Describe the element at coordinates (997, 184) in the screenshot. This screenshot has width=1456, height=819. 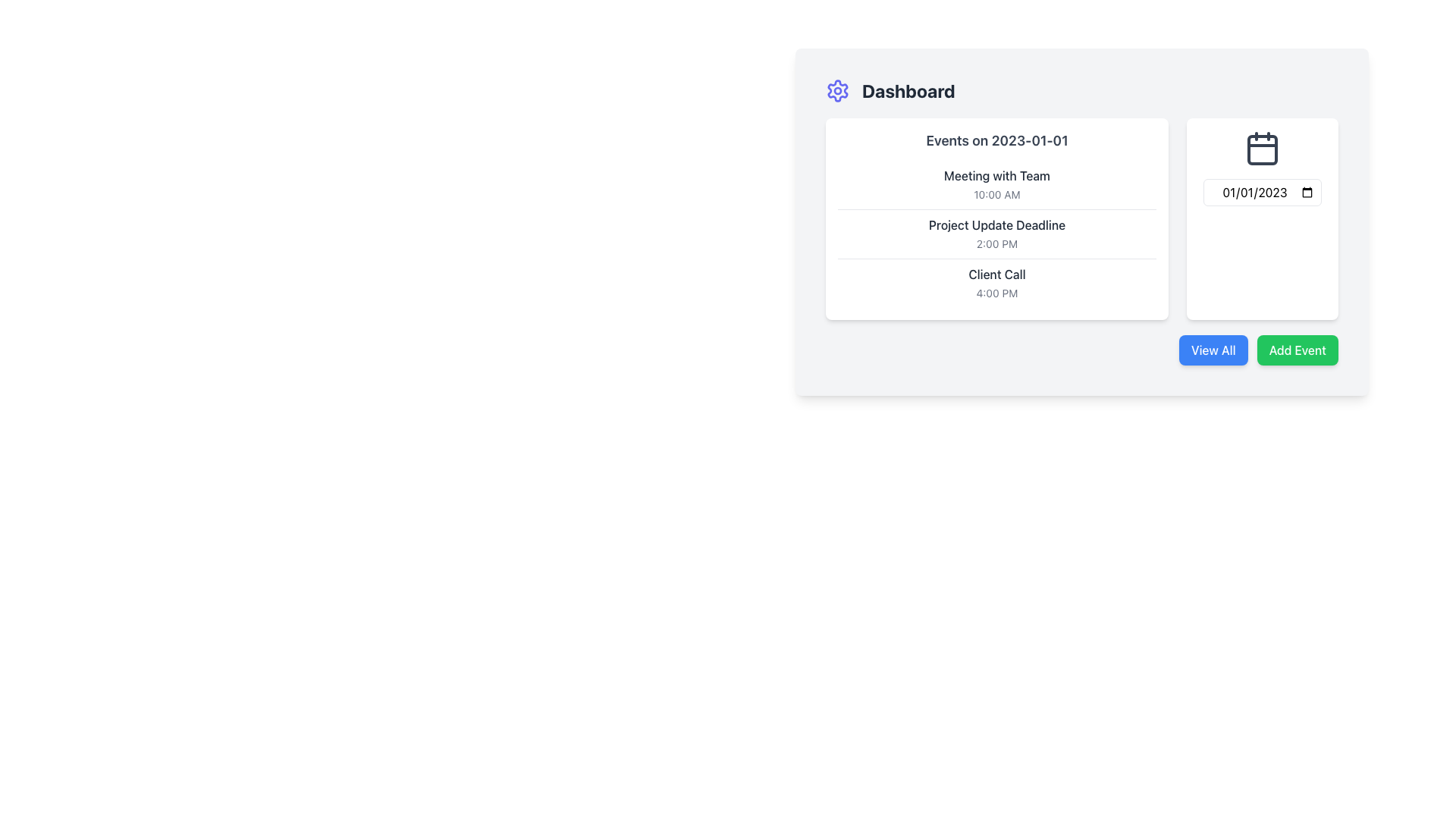
I see `the title of the first scheduled event in the 'Events on 2023-01-01' section` at that location.